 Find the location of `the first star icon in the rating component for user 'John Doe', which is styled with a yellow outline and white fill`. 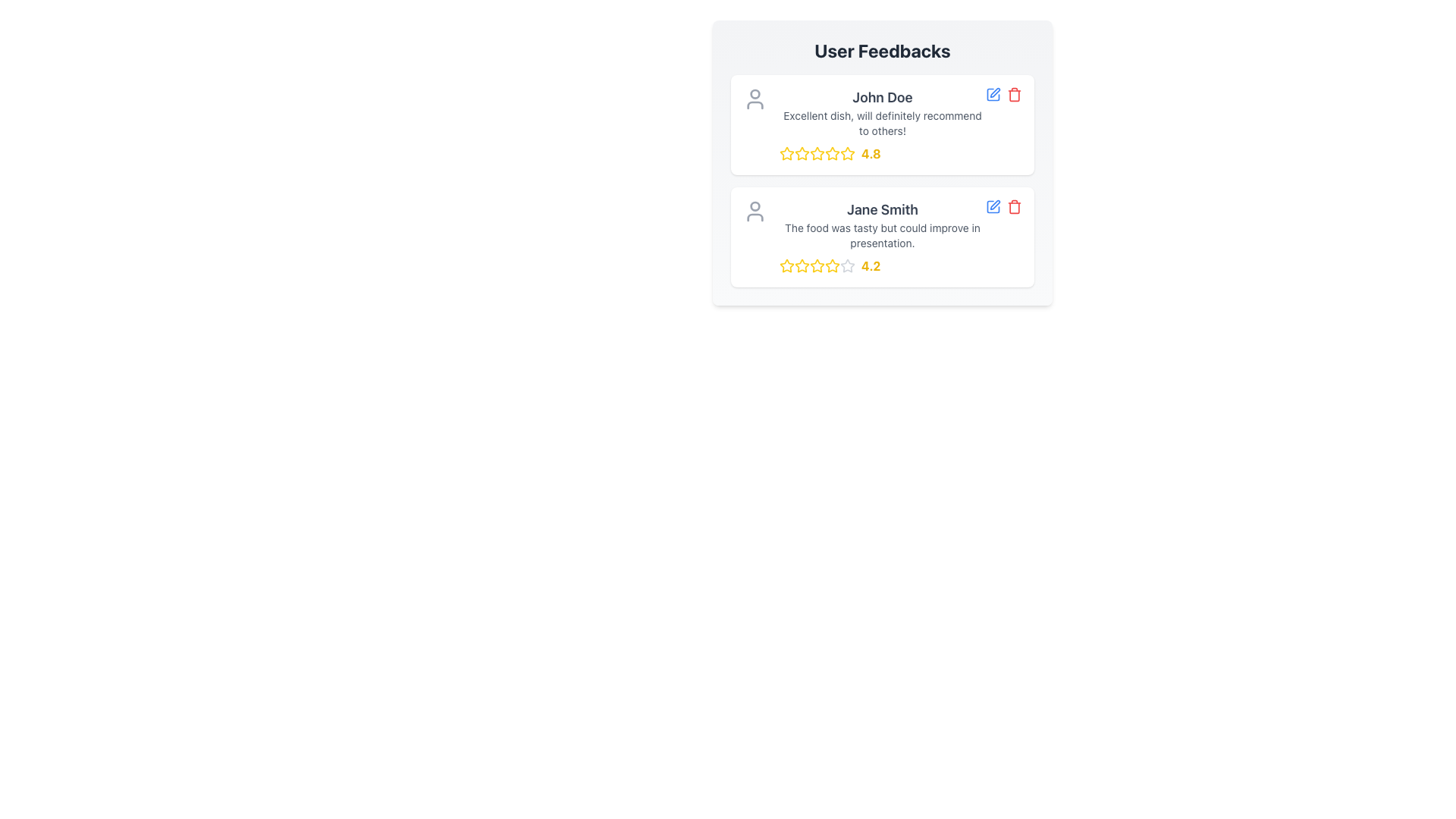

the first star icon in the rating component for user 'John Doe', which is styled with a yellow outline and white fill is located at coordinates (786, 153).